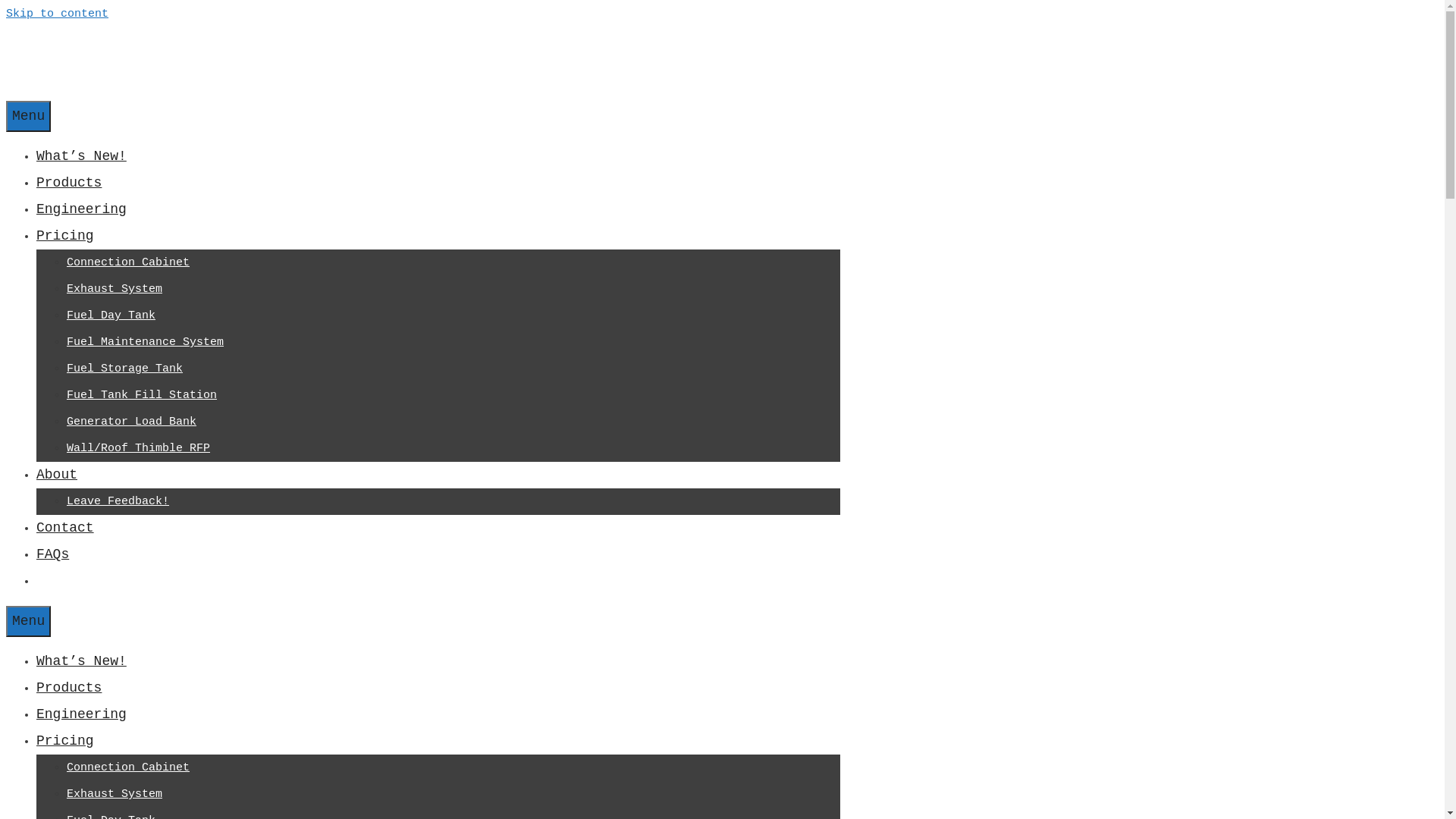  Describe the element at coordinates (57, 14) in the screenshot. I see `'Skip to content'` at that location.